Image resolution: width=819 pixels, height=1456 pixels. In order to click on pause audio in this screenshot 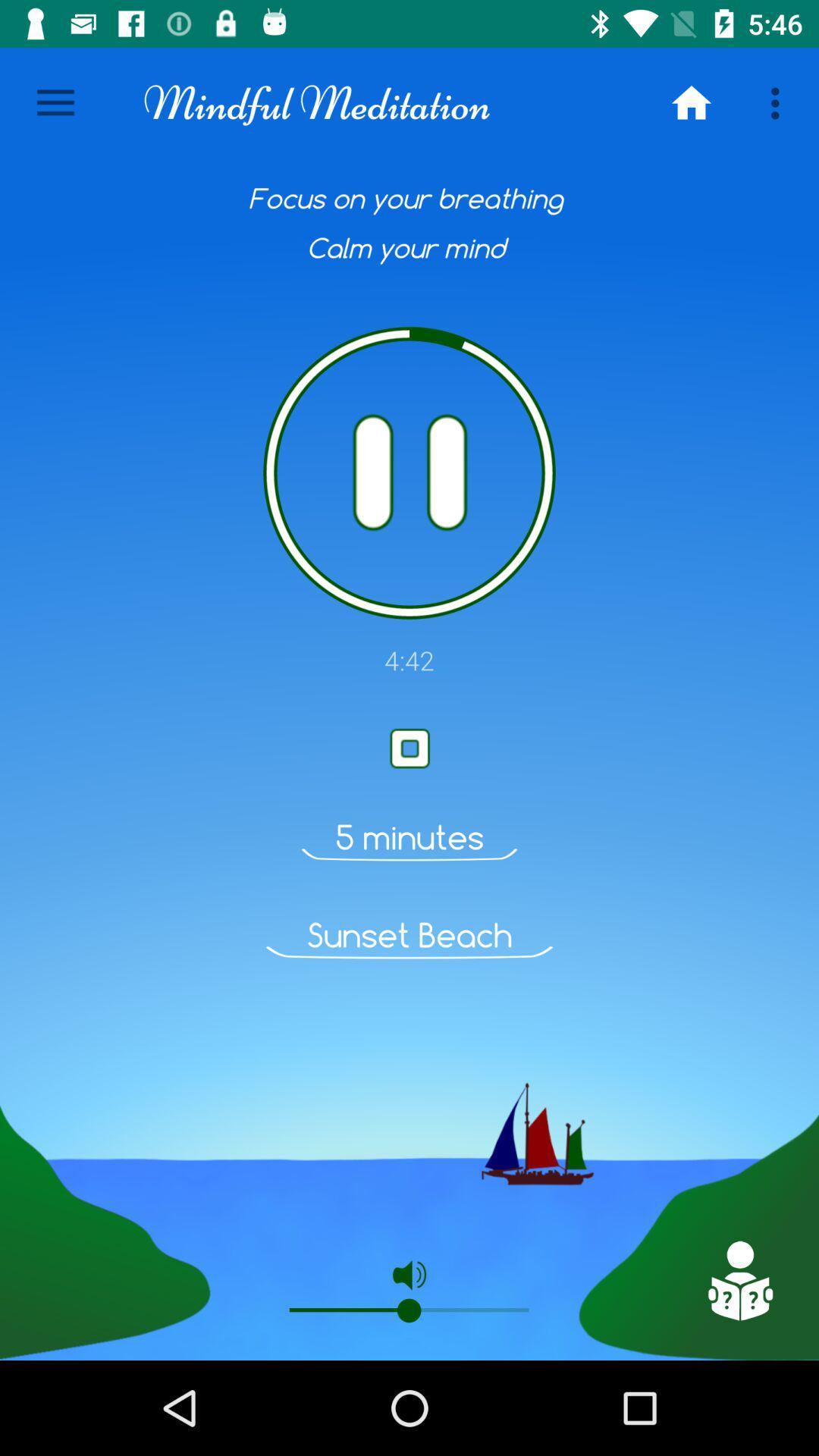, I will do `click(409, 472)`.